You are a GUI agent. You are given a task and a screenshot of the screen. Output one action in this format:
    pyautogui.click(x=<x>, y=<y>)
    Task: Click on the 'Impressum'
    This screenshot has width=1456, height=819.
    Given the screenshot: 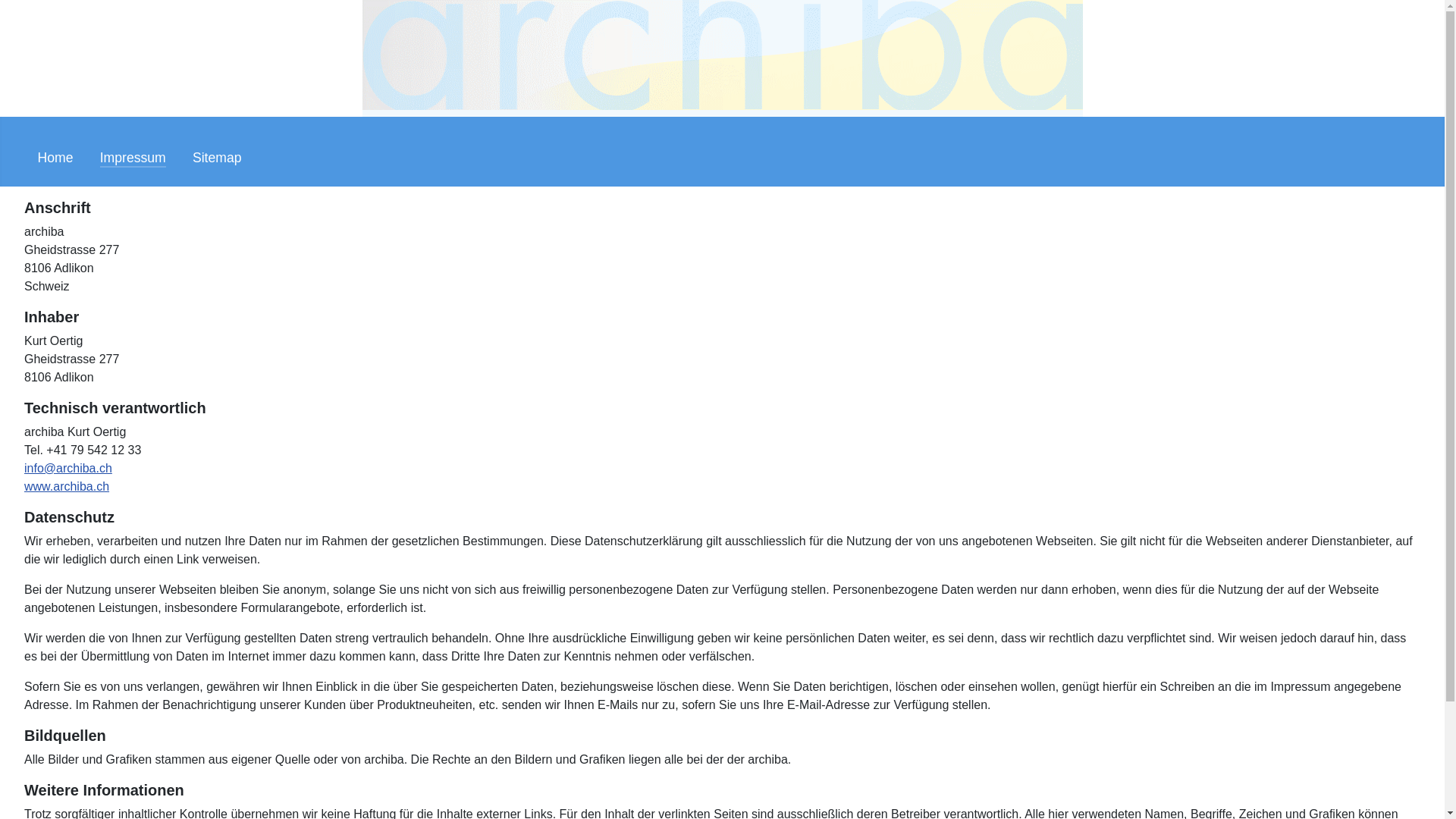 What is the action you would take?
    pyautogui.click(x=133, y=158)
    